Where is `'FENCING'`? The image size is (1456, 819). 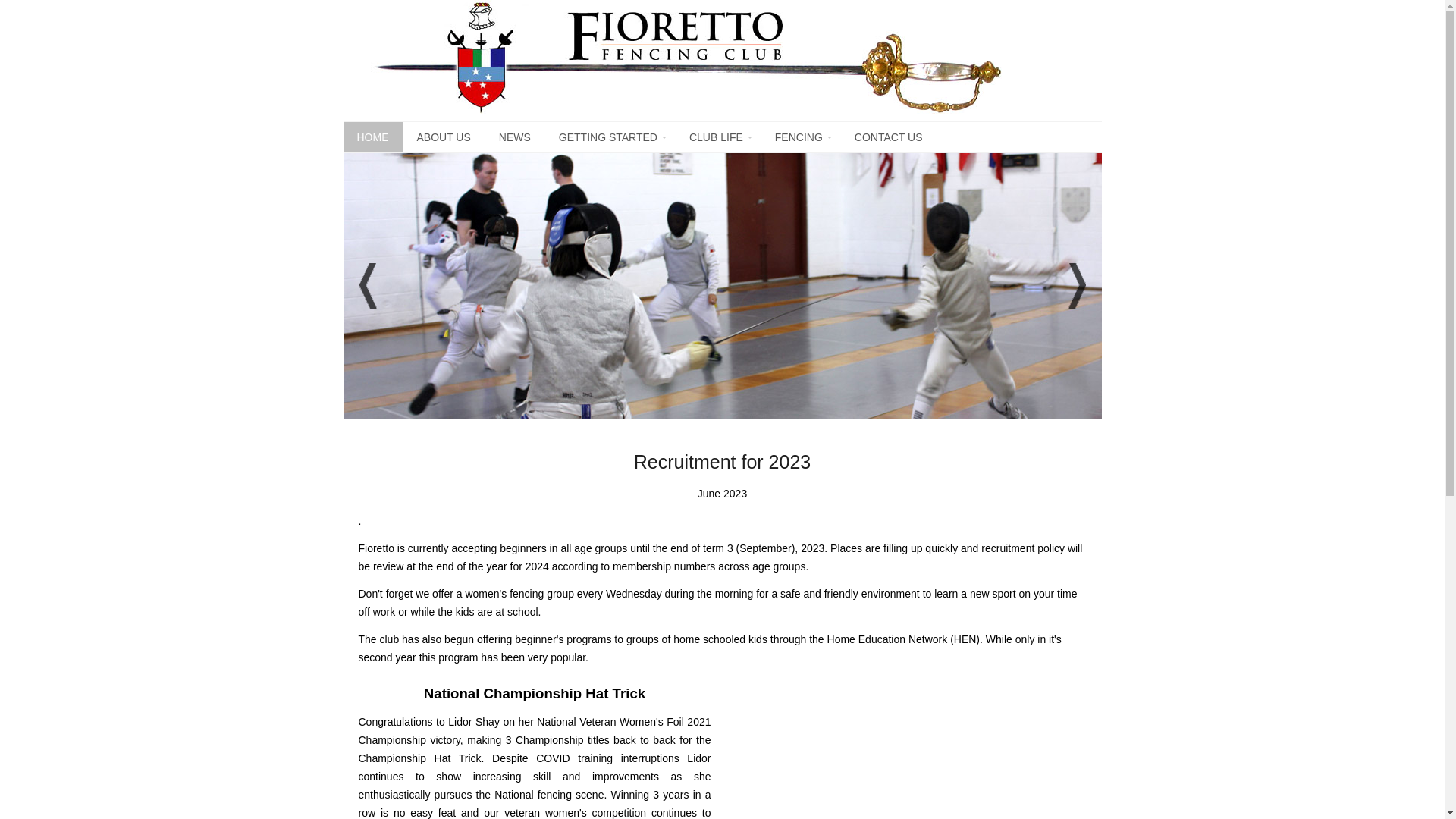 'FENCING' is located at coordinates (800, 137).